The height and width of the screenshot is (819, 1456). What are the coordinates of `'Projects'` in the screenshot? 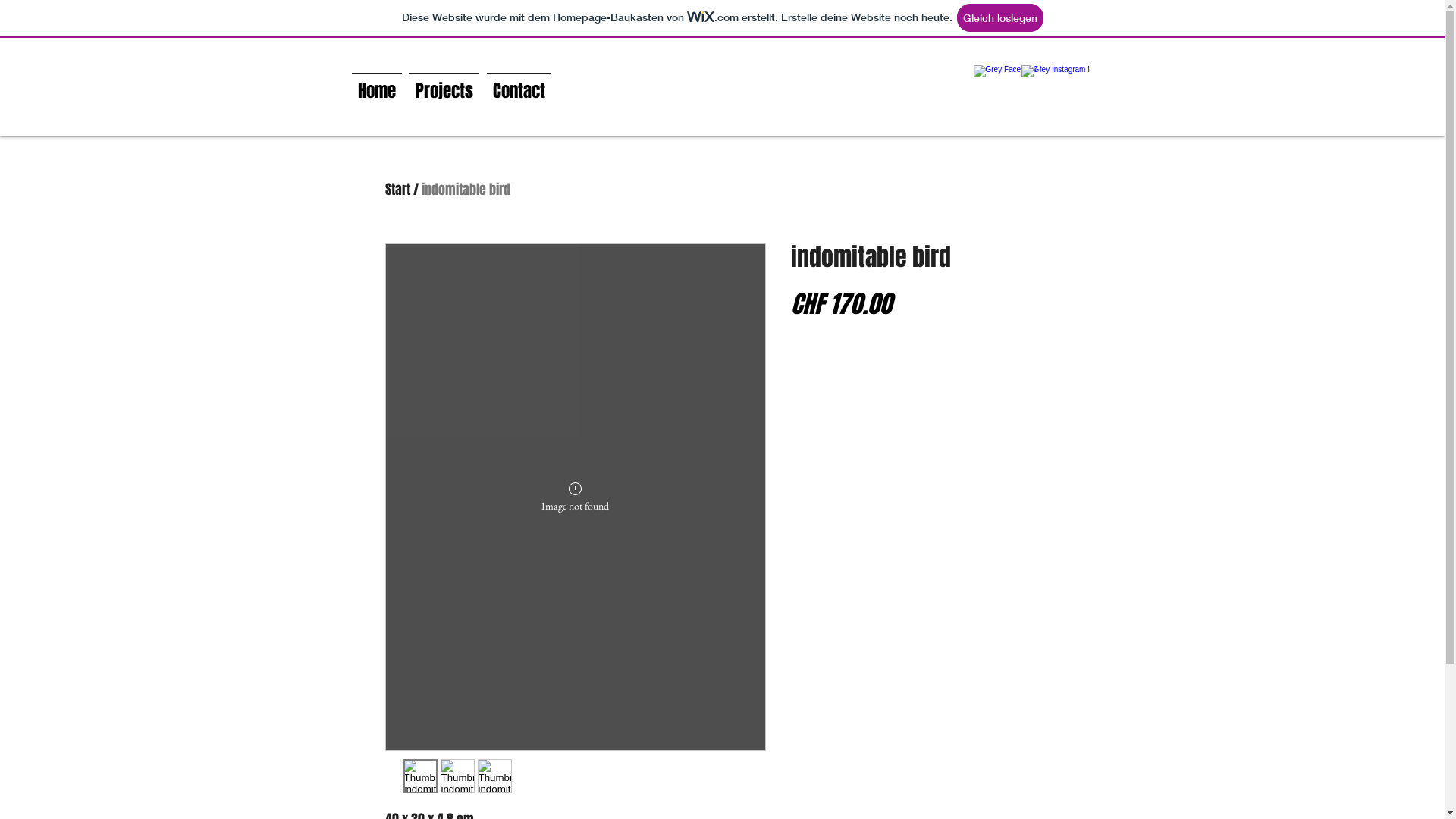 It's located at (443, 84).